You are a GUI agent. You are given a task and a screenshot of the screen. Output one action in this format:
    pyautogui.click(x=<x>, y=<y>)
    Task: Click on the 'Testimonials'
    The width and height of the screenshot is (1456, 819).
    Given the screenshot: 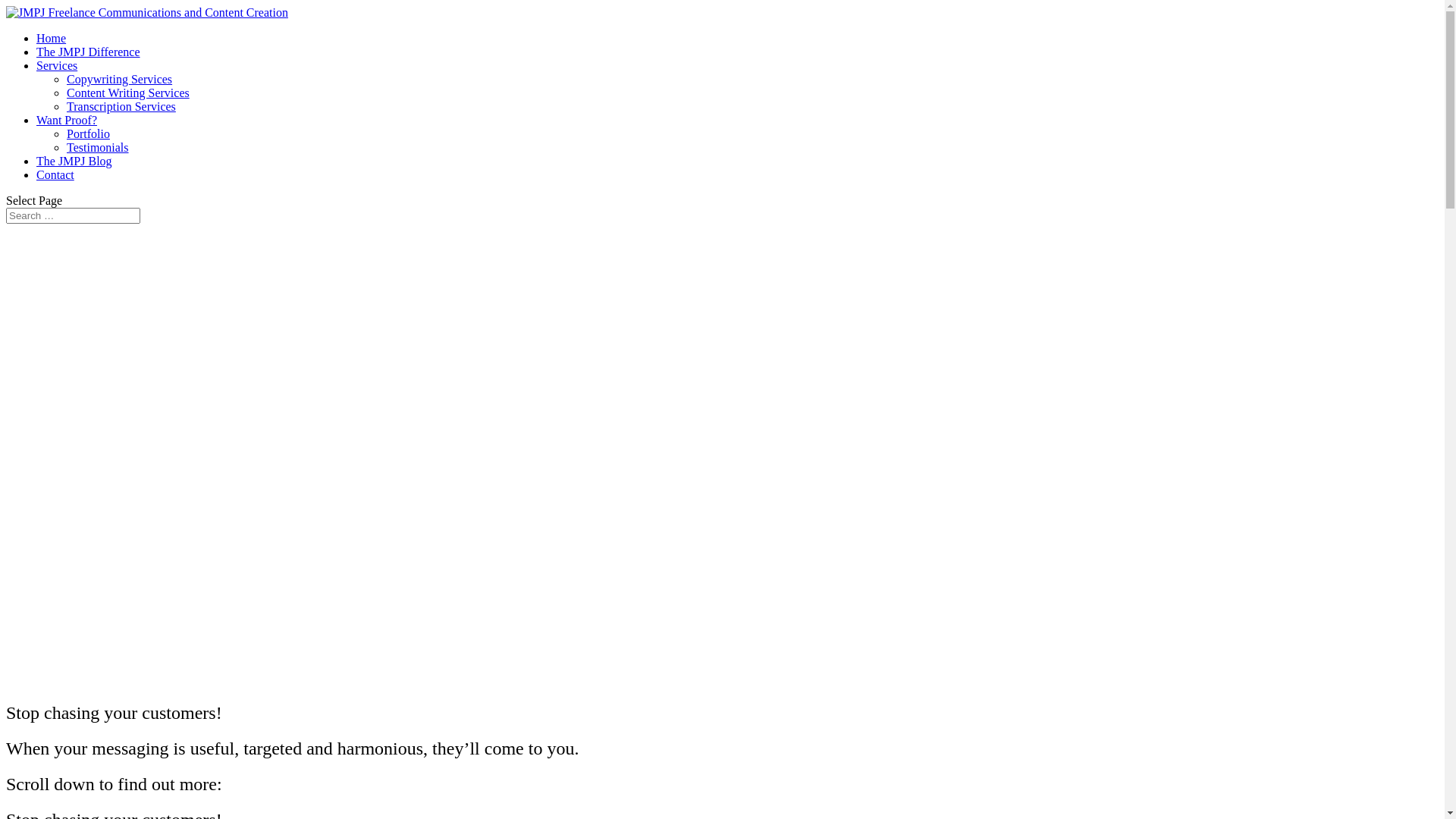 What is the action you would take?
    pyautogui.click(x=97, y=147)
    